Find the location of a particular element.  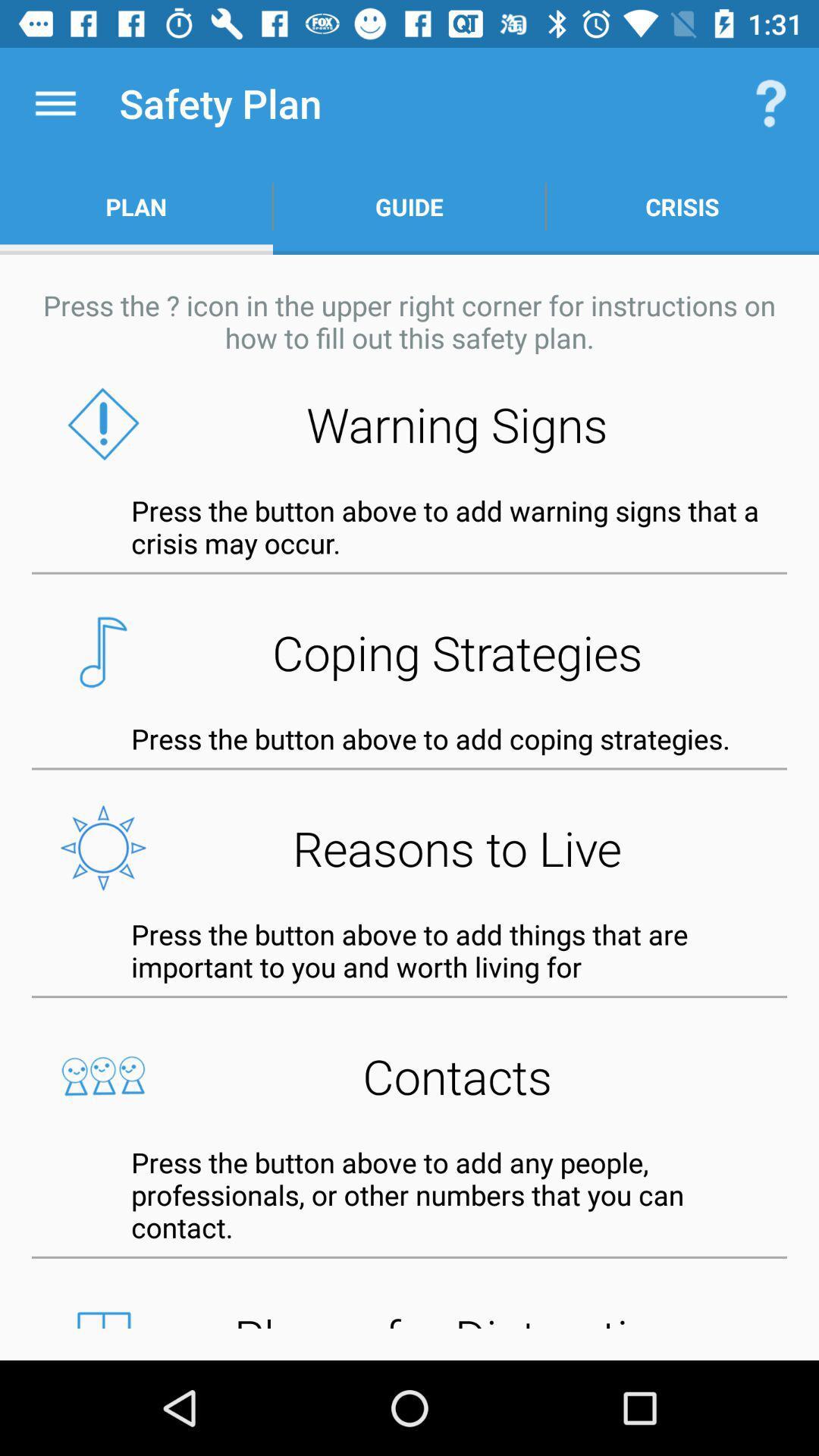

the contacts is located at coordinates (409, 1075).